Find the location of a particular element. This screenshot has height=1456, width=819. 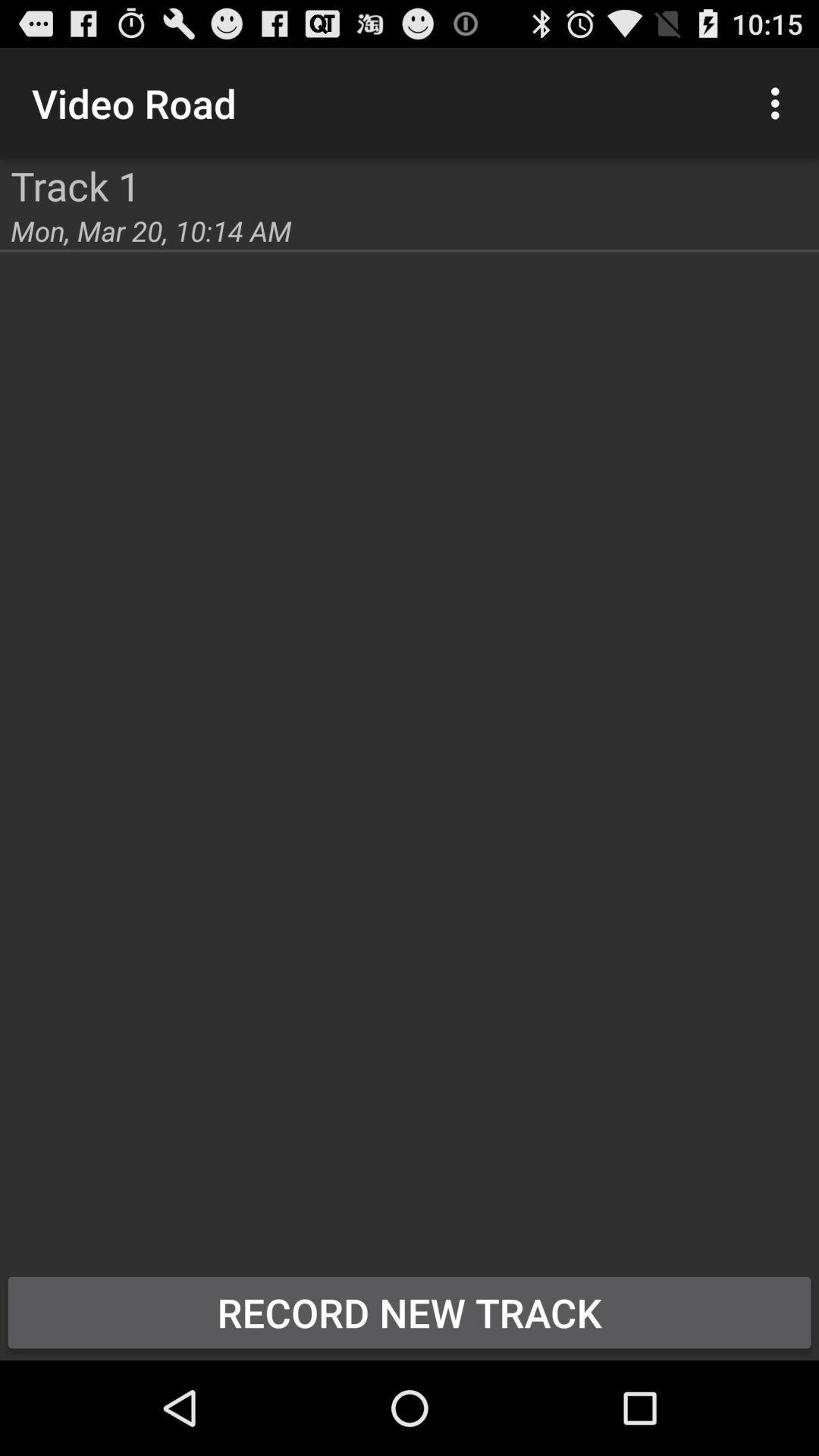

the record new track item is located at coordinates (409, 1312).